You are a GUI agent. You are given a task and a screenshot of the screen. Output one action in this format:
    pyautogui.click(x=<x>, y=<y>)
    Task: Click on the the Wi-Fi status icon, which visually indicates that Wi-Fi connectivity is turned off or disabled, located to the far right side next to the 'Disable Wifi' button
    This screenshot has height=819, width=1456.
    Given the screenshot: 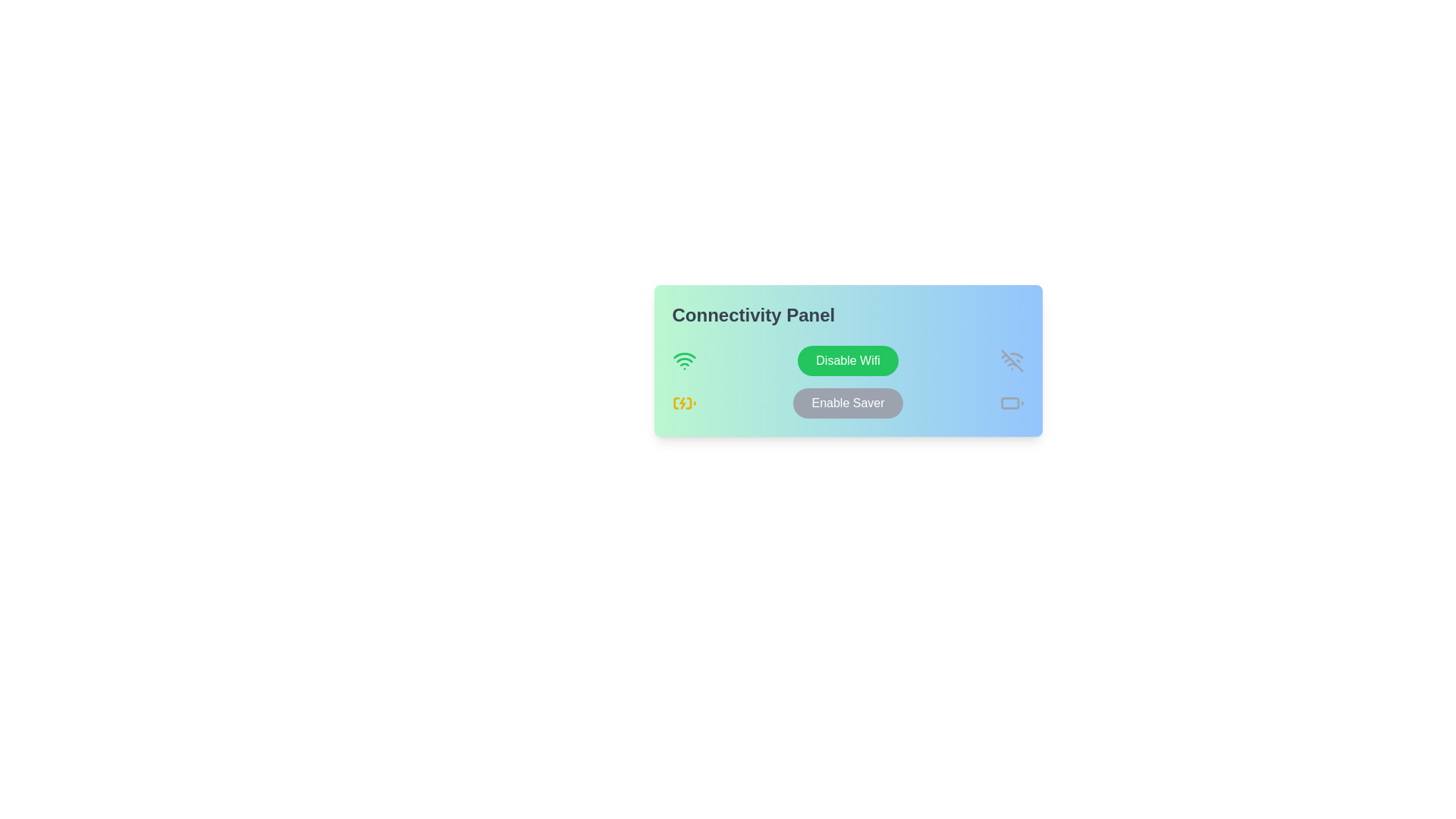 What is the action you would take?
    pyautogui.click(x=1012, y=360)
    